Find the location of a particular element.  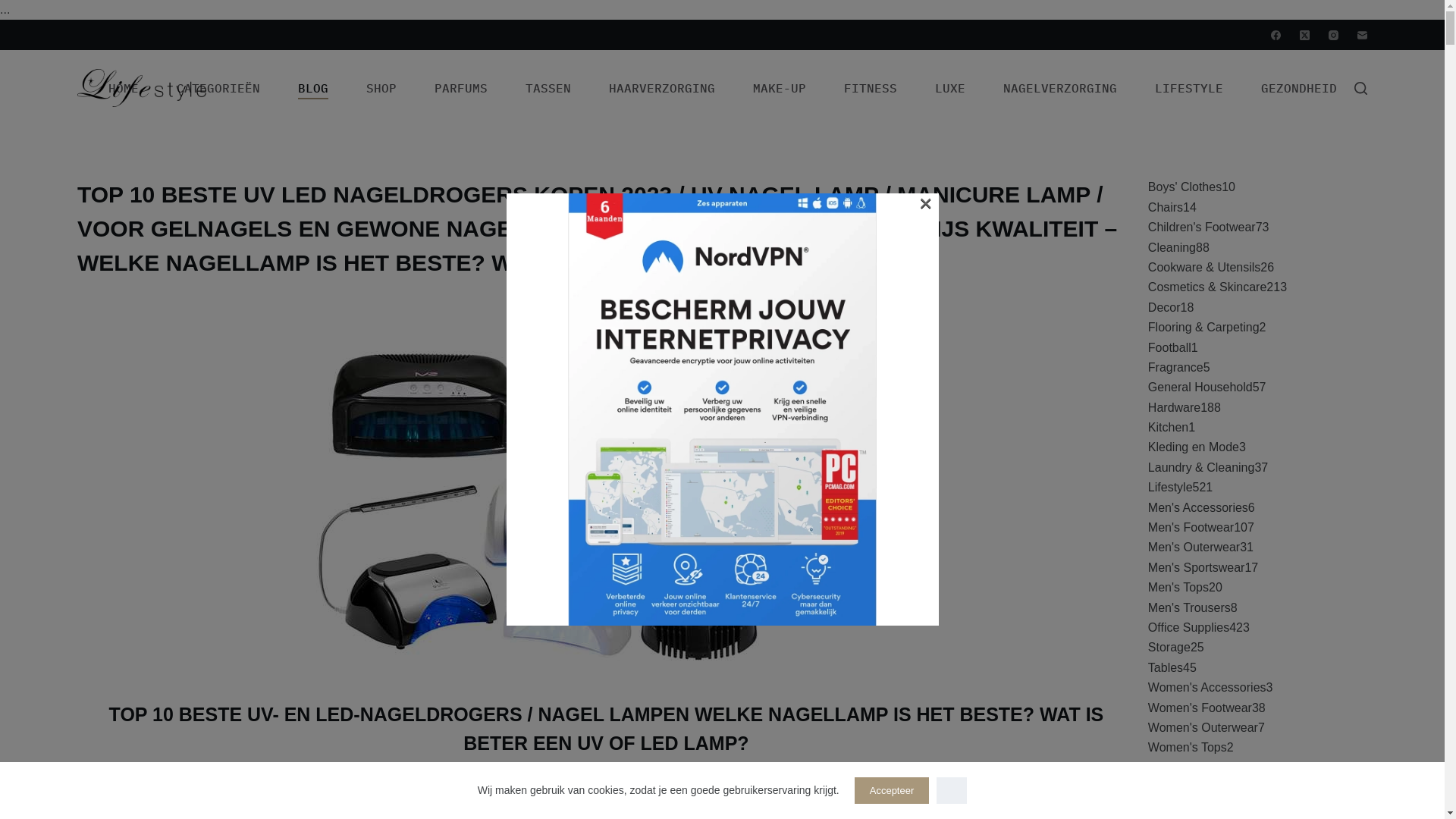

'Men's Trousers' is located at coordinates (1188, 607).